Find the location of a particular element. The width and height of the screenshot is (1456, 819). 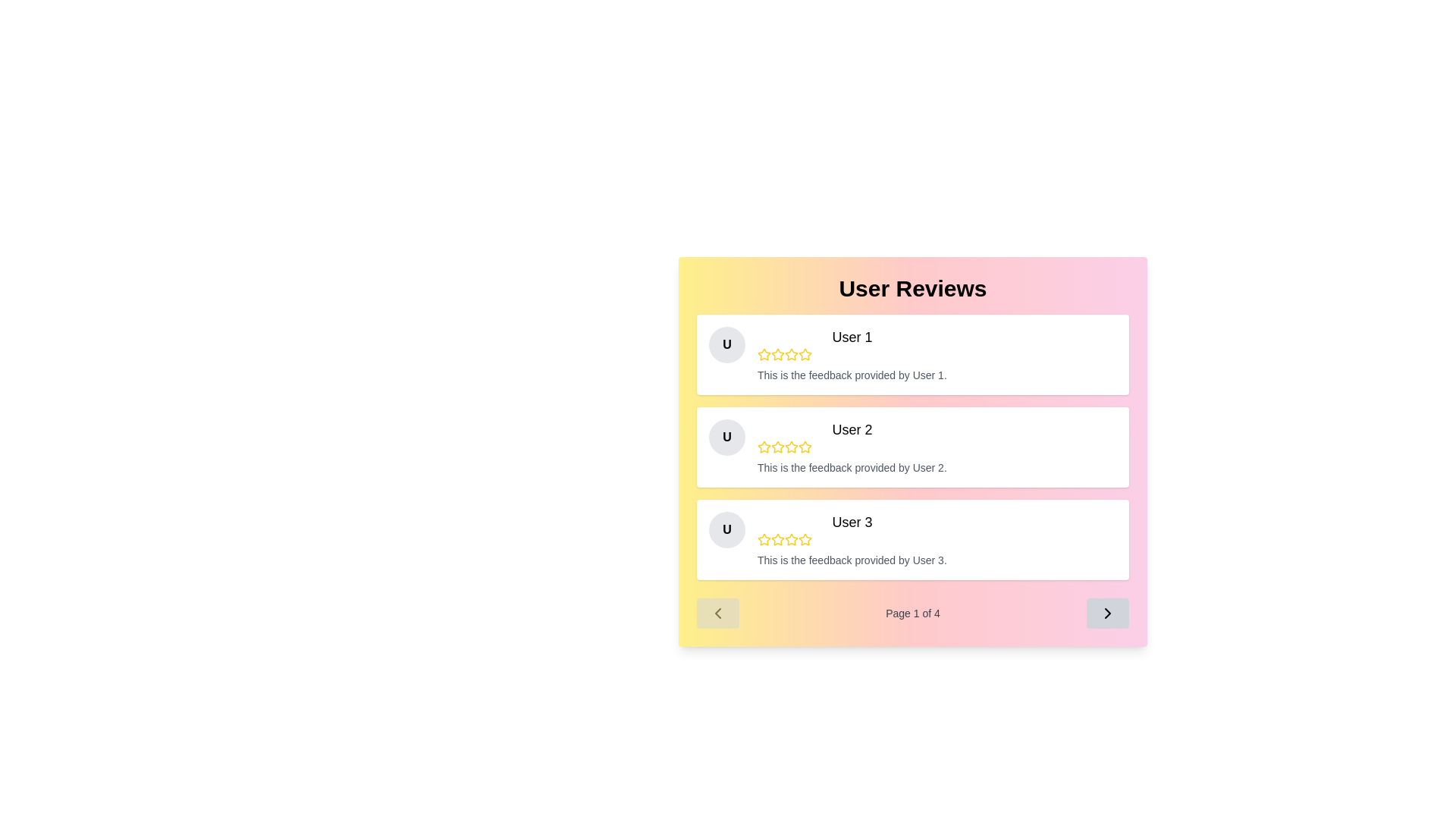

the information displayed in the text label that shows the current page number and total number of pages in the pagination system, located between two arrow icons beneath the user reviews section is located at coordinates (912, 613).